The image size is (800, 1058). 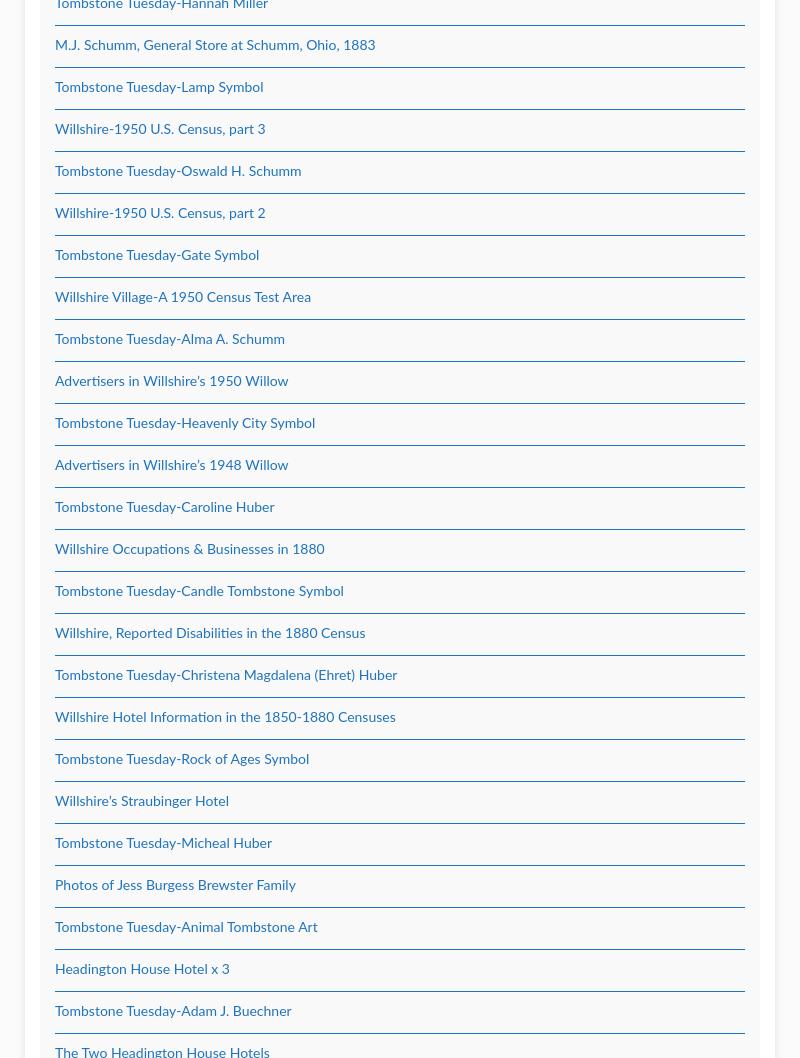 What do you see at coordinates (160, 129) in the screenshot?
I see `'Willshire-1950 U.S. Census, part 3'` at bounding box center [160, 129].